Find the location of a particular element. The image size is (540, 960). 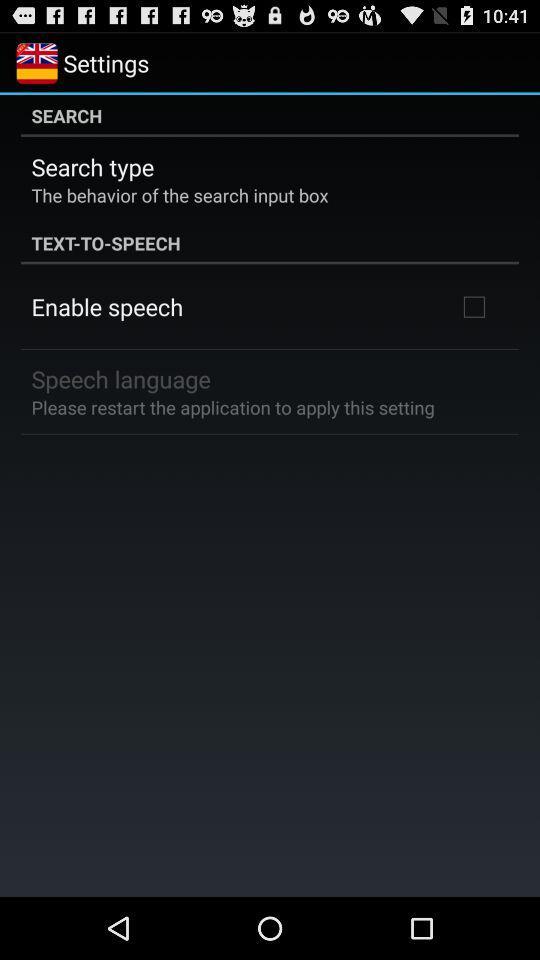

please restart the is located at coordinates (232, 406).